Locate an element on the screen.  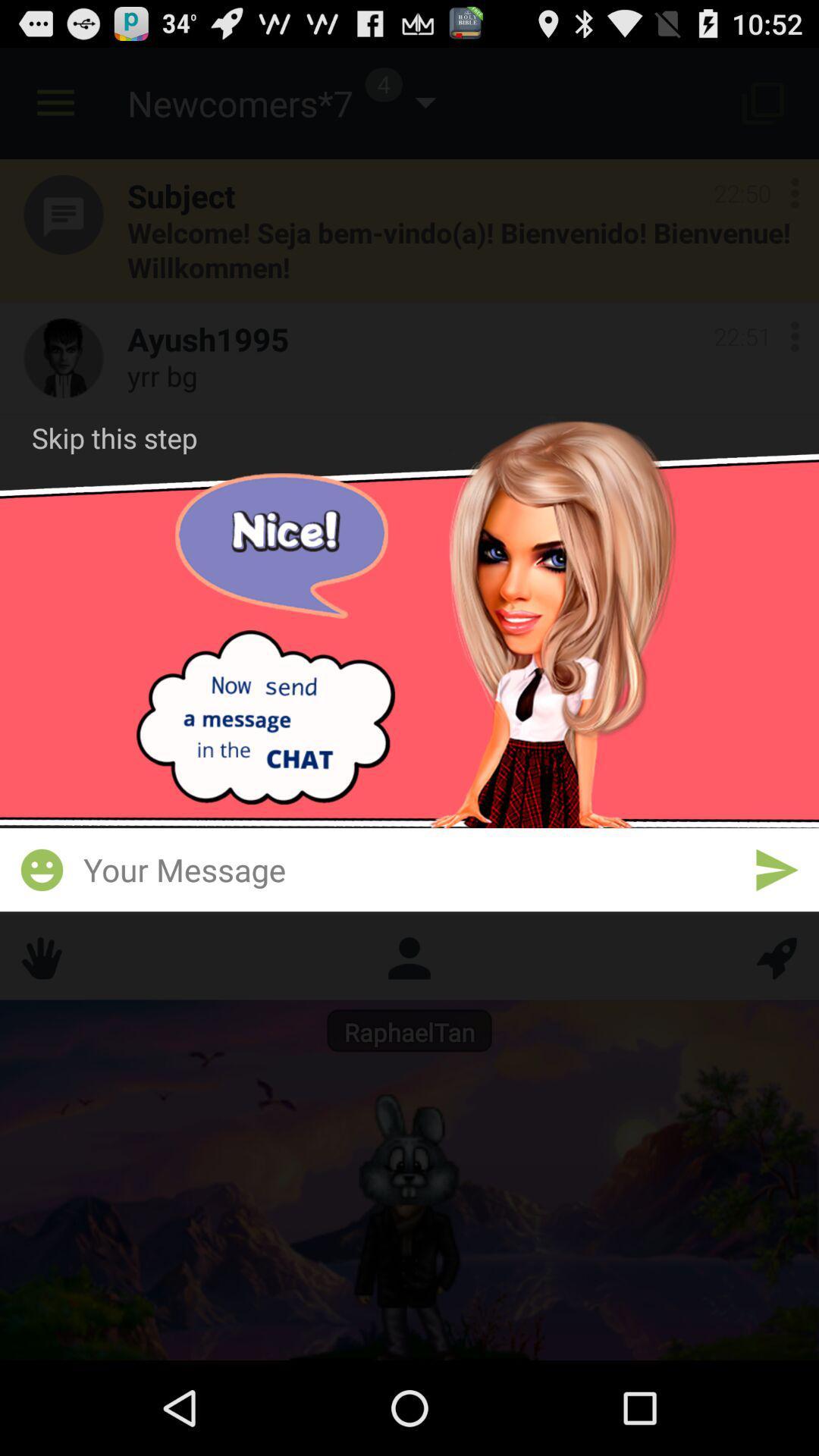
send option is located at coordinates (777, 870).